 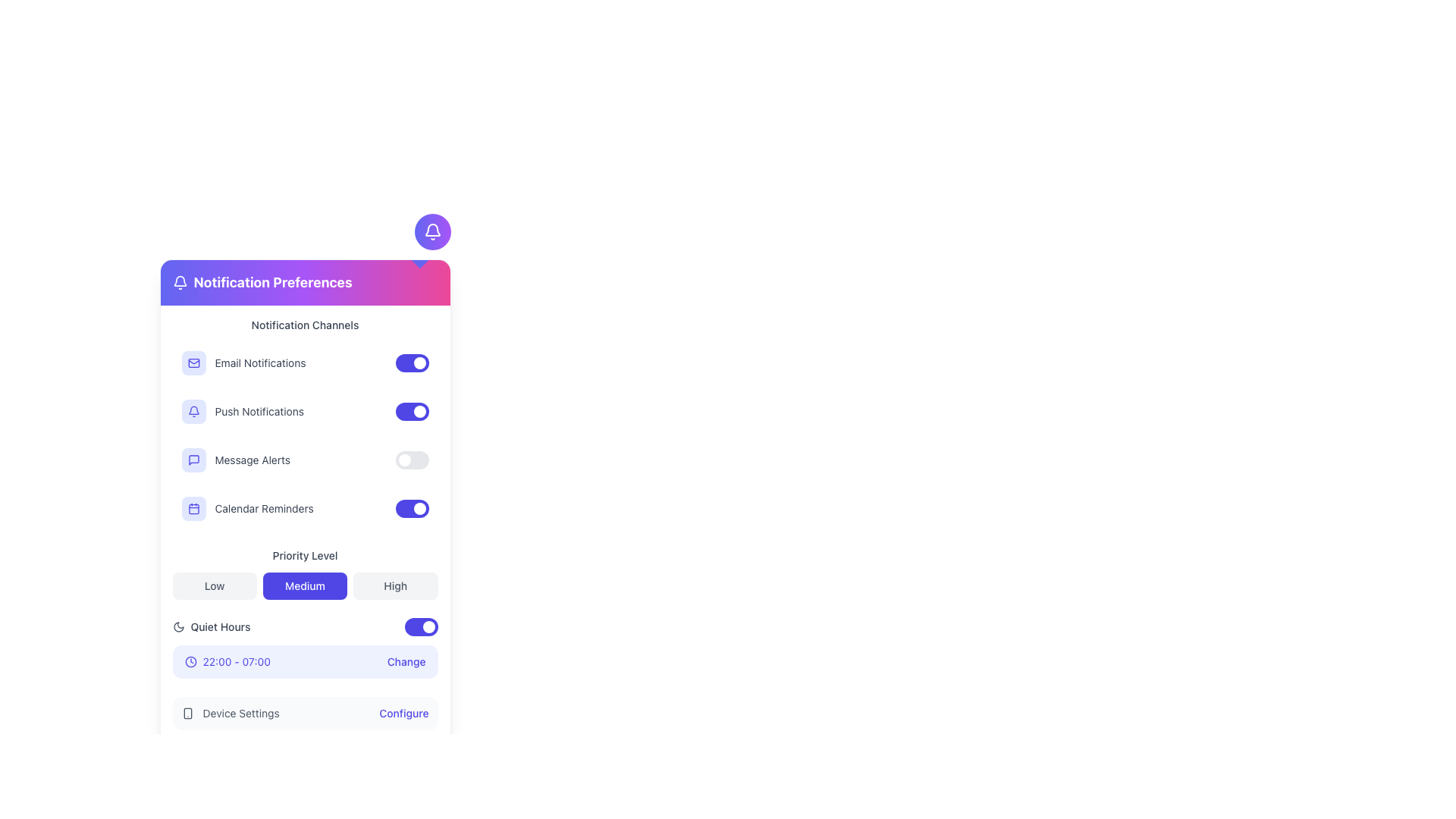 What do you see at coordinates (428, 626) in the screenshot?
I see `the toggle knob located at the bottom of the interface within the 'Quiet Hours' toggle switch` at bounding box center [428, 626].